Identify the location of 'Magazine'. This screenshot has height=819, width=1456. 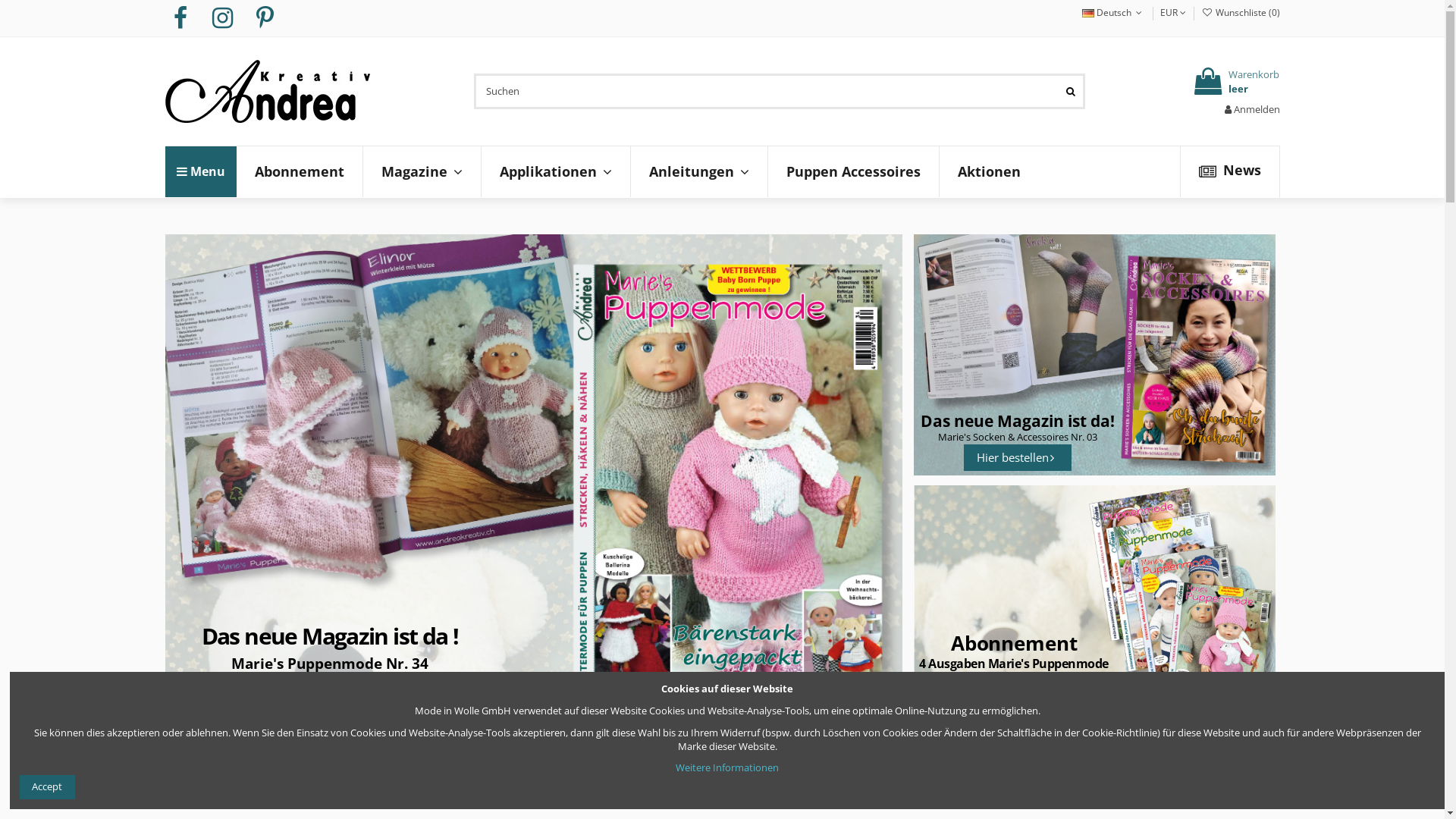
(422, 171).